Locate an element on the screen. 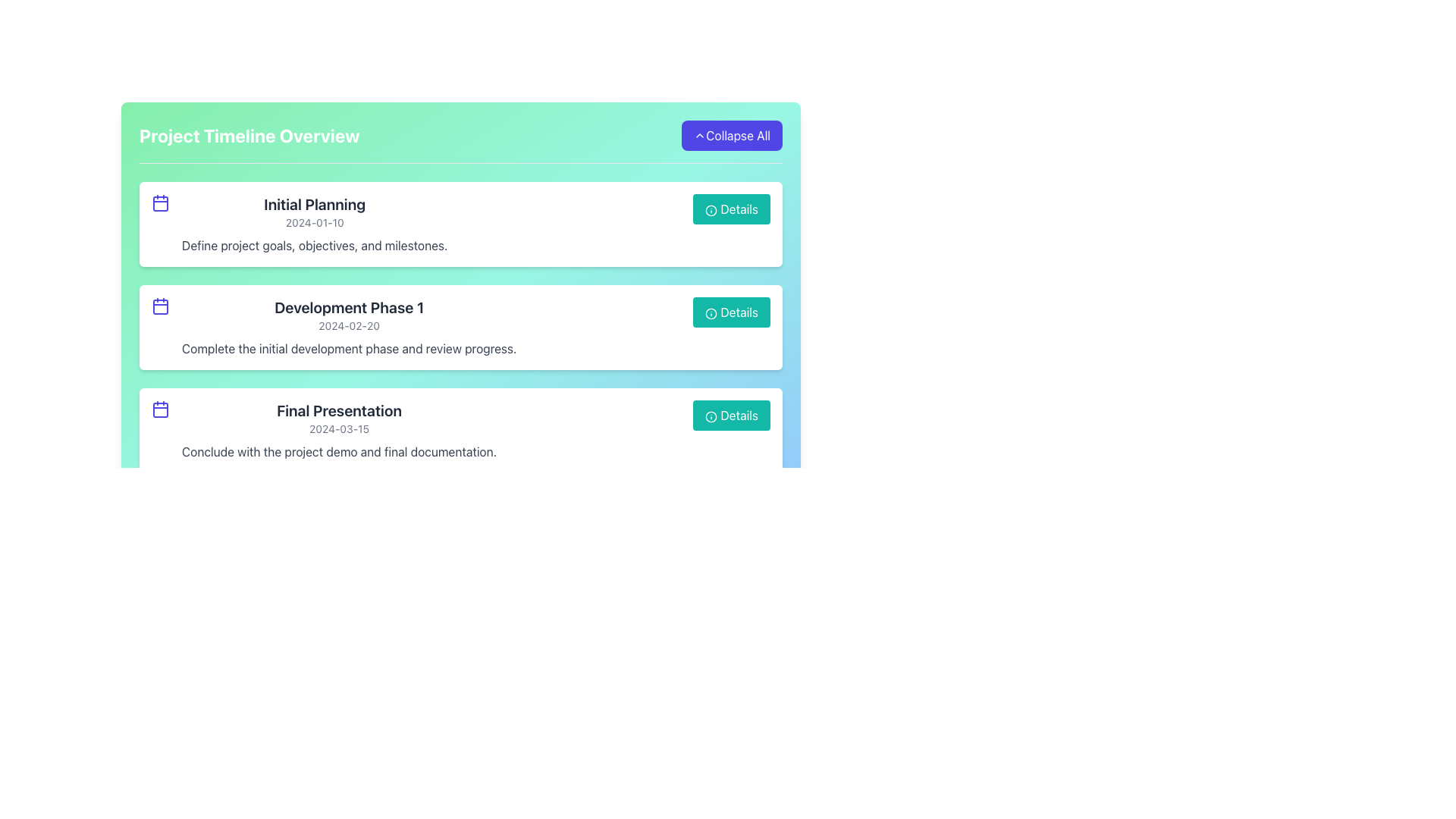 The height and width of the screenshot is (819, 1456). the 'info' icon styled with a circular outline and a dot and line inside, located within the 'Details' button on the right side of the 'Initial Planning' card is located at coordinates (711, 210).